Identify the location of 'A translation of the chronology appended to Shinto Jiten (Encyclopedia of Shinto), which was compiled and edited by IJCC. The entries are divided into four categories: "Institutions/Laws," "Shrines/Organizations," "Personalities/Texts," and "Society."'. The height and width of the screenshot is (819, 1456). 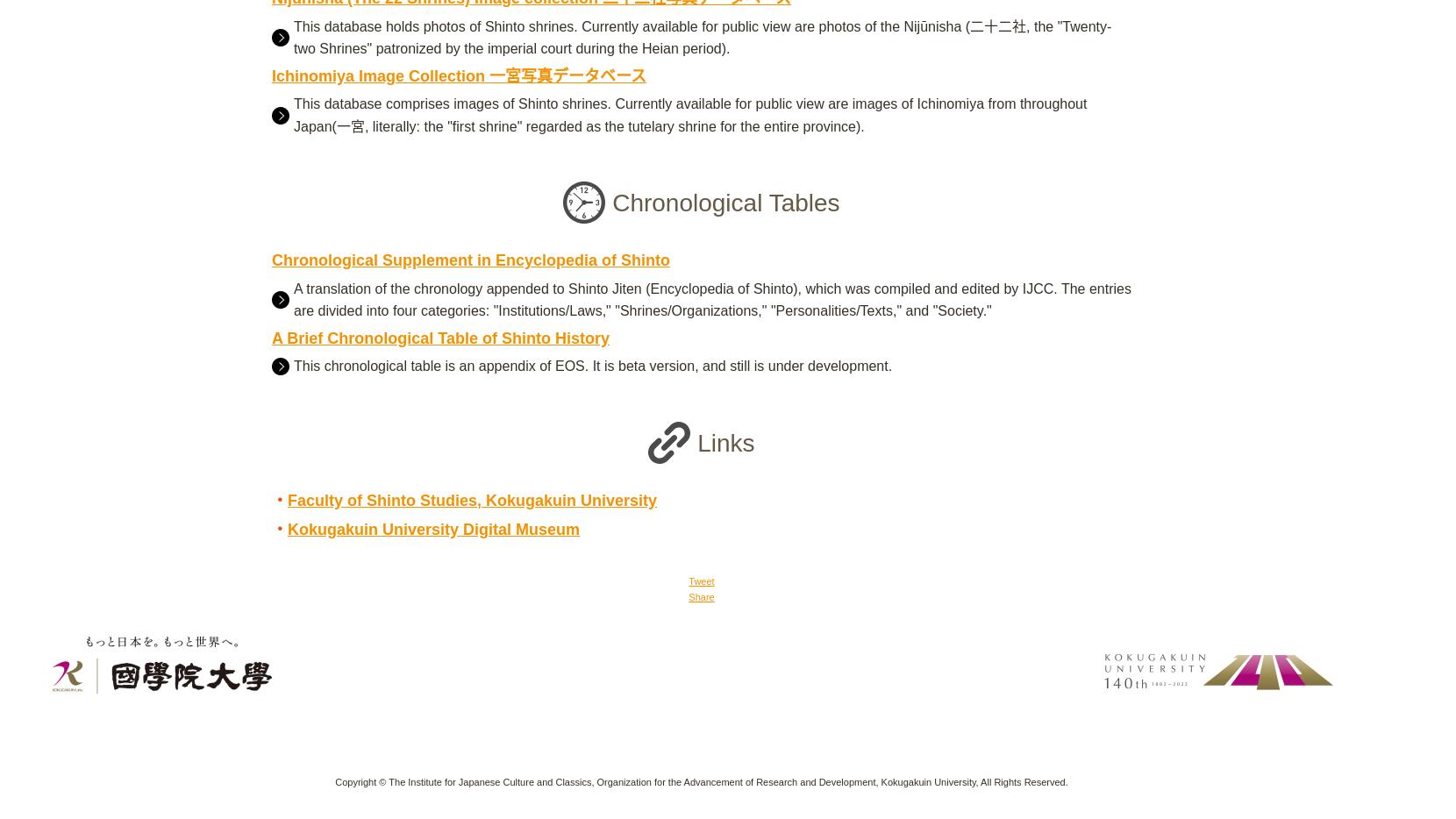
(712, 299).